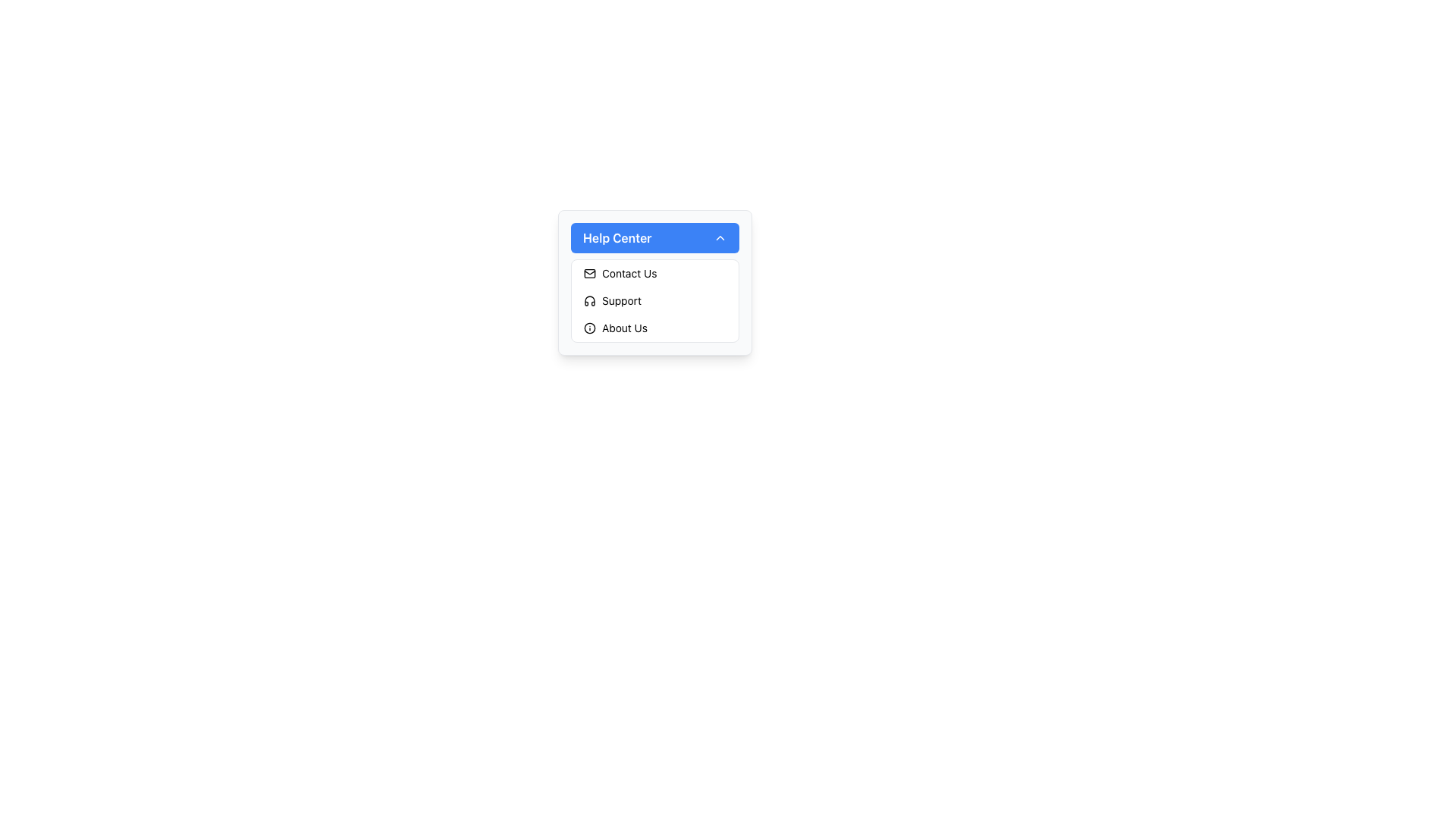 This screenshot has width=1456, height=819. What do you see at coordinates (588, 327) in the screenshot?
I see `the graphical element located to the left of the text 'Contact Us', which is part of an SVG component and serves a decorative or informational purpose` at bounding box center [588, 327].